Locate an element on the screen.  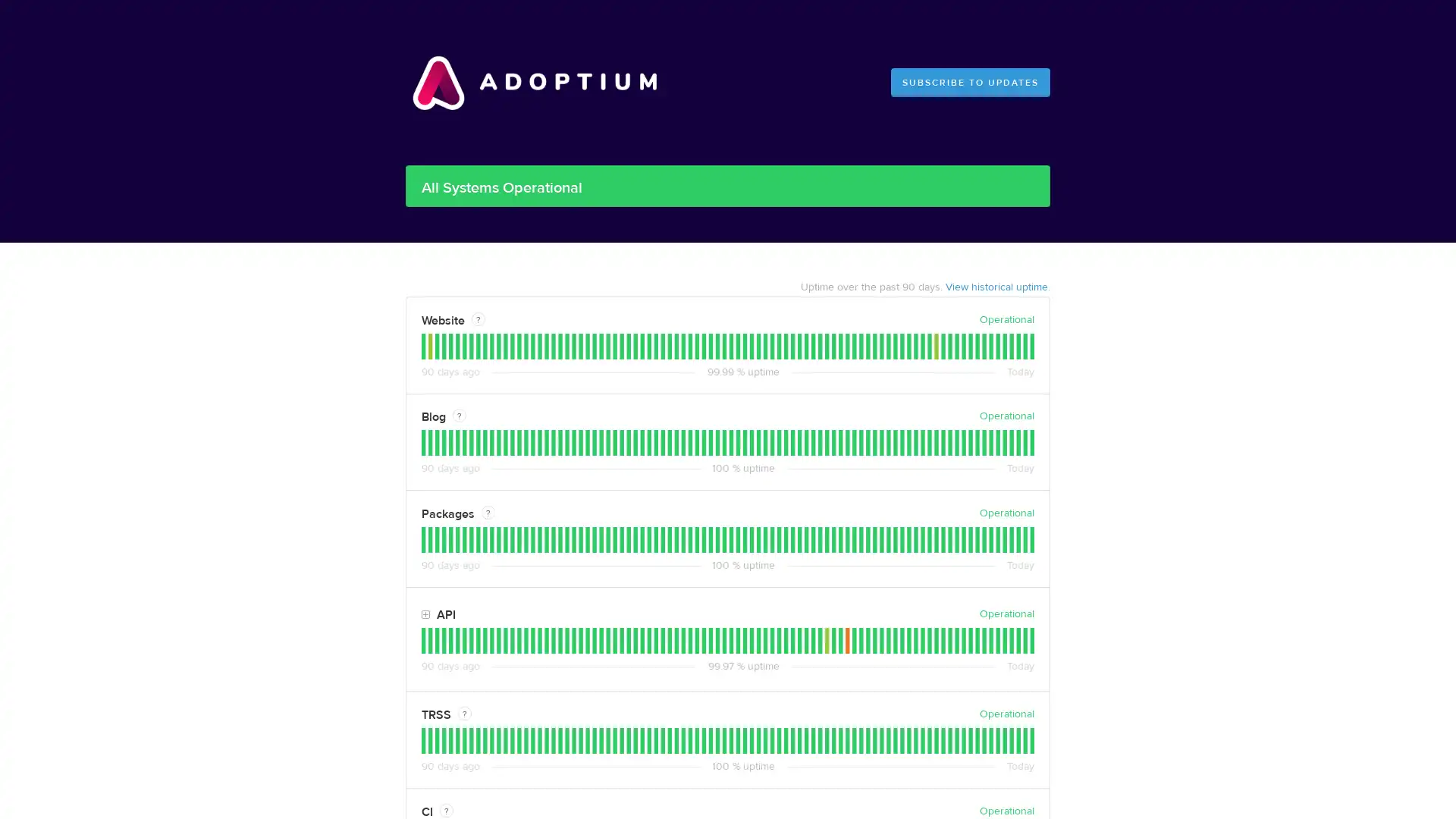
Toggle API is located at coordinates (425, 614).